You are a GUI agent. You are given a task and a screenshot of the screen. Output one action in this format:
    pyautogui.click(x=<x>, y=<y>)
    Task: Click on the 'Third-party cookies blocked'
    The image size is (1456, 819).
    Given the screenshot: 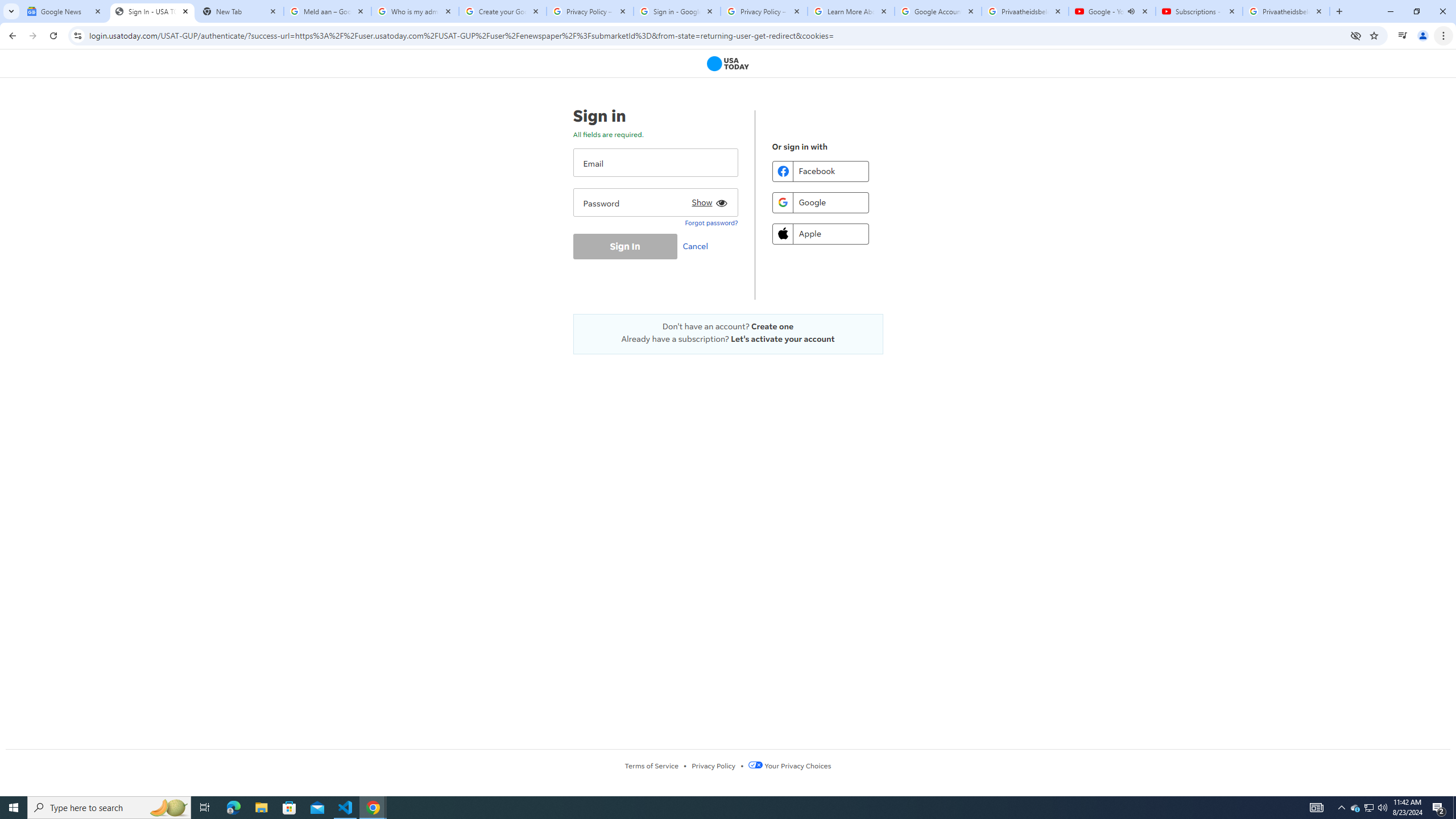 What is the action you would take?
    pyautogui.click(x=1356, y=35)
    